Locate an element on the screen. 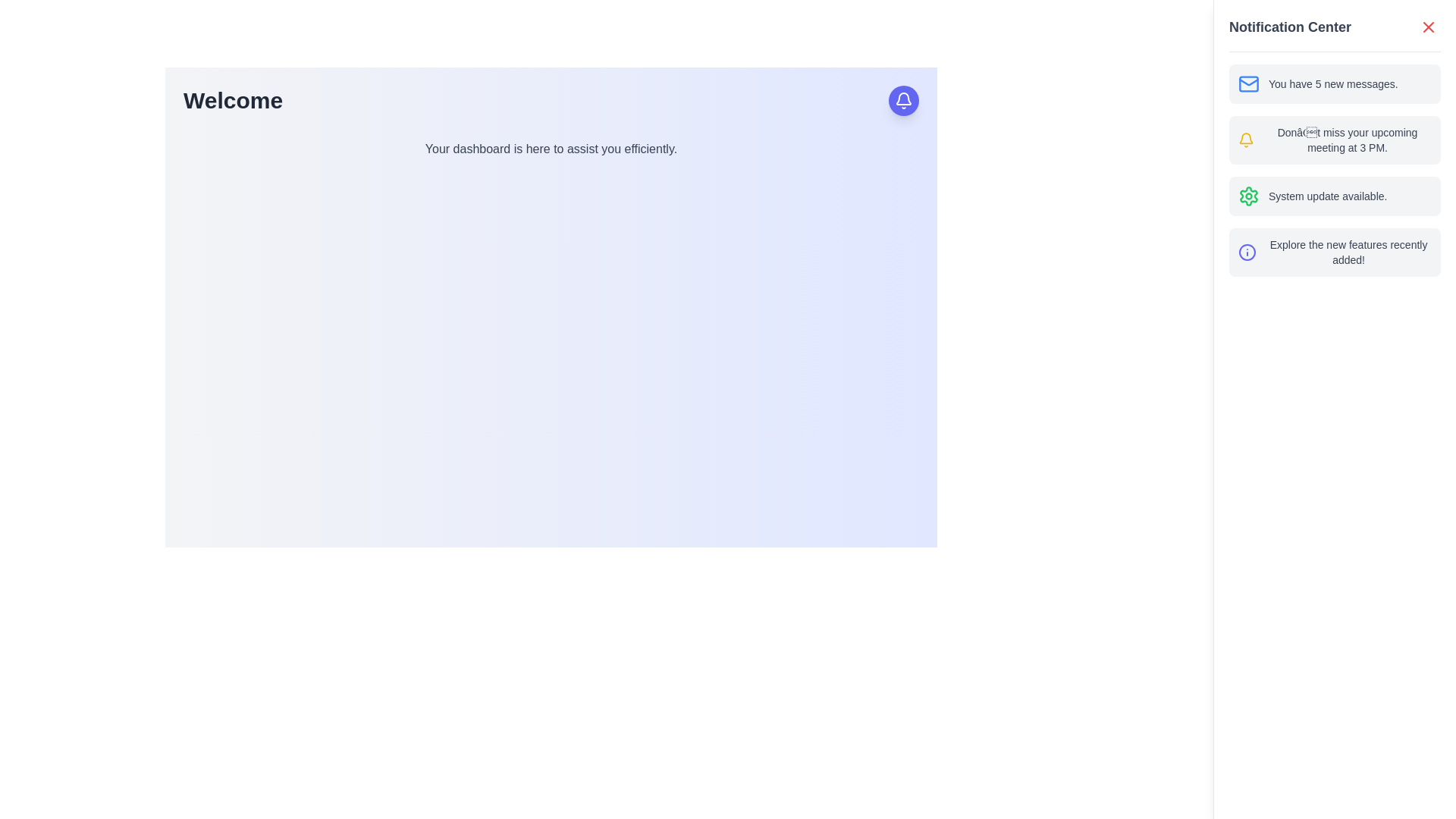 This screenshot has height=819, width=1456. text content of the second notification in the notification panel, which informs about an upcoming meeting scheduled at 3 PM is located at coordinates (1347, 140).